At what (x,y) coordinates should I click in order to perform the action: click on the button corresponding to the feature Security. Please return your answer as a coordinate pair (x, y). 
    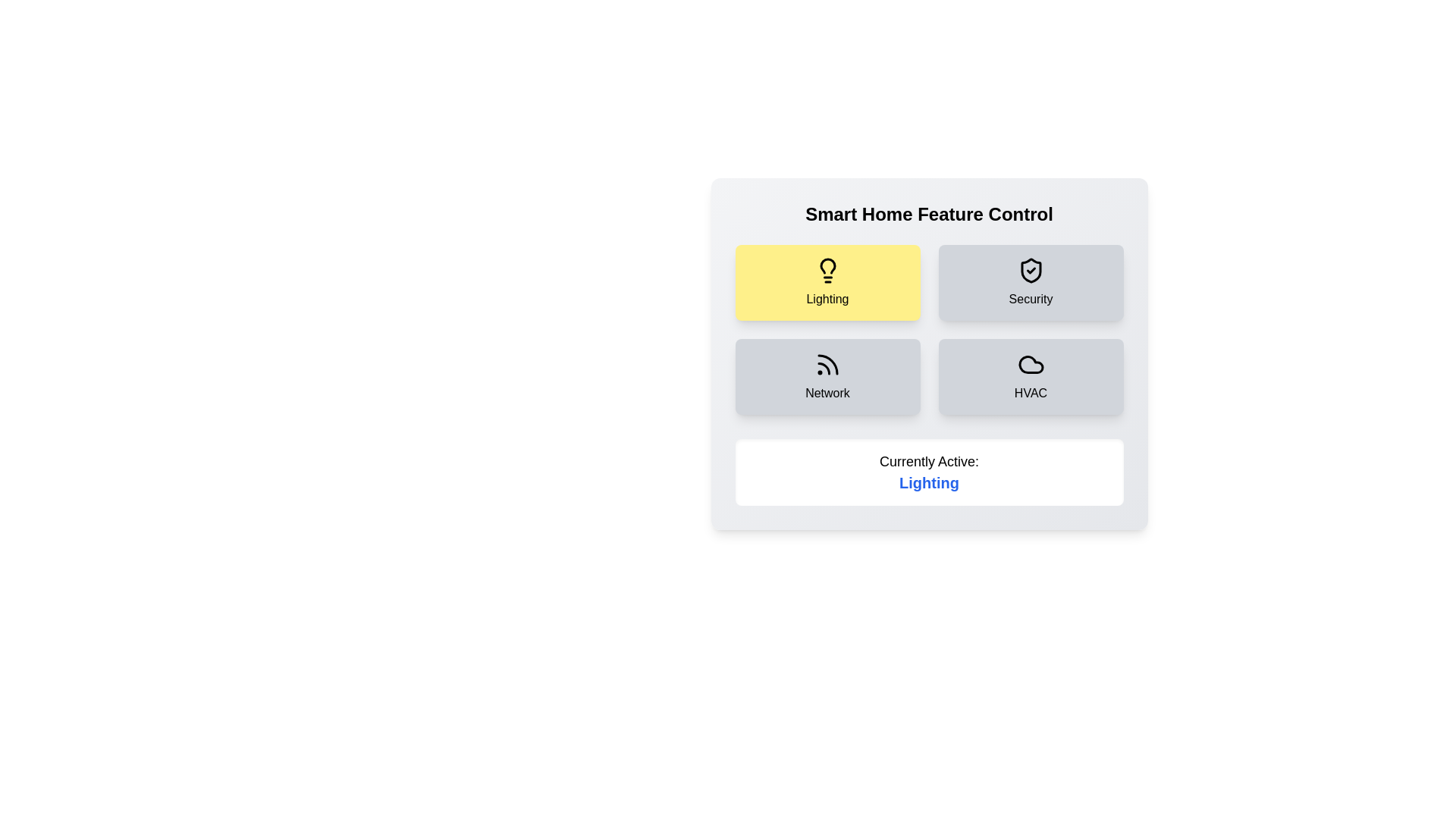
    Looking at the image, I should click on (1031, 283).